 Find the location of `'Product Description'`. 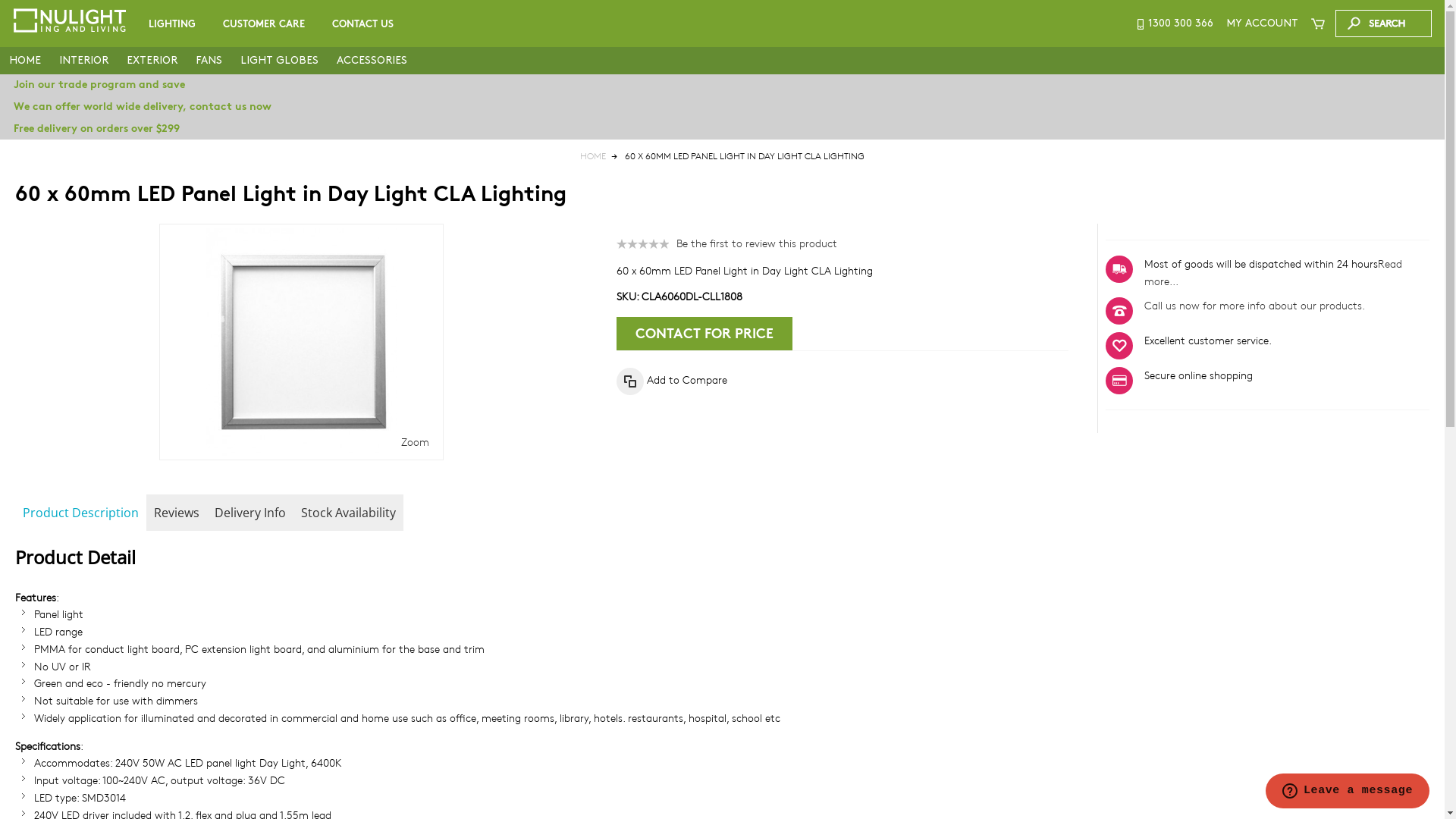

'Product Description' is located at coordinates (80, 512).